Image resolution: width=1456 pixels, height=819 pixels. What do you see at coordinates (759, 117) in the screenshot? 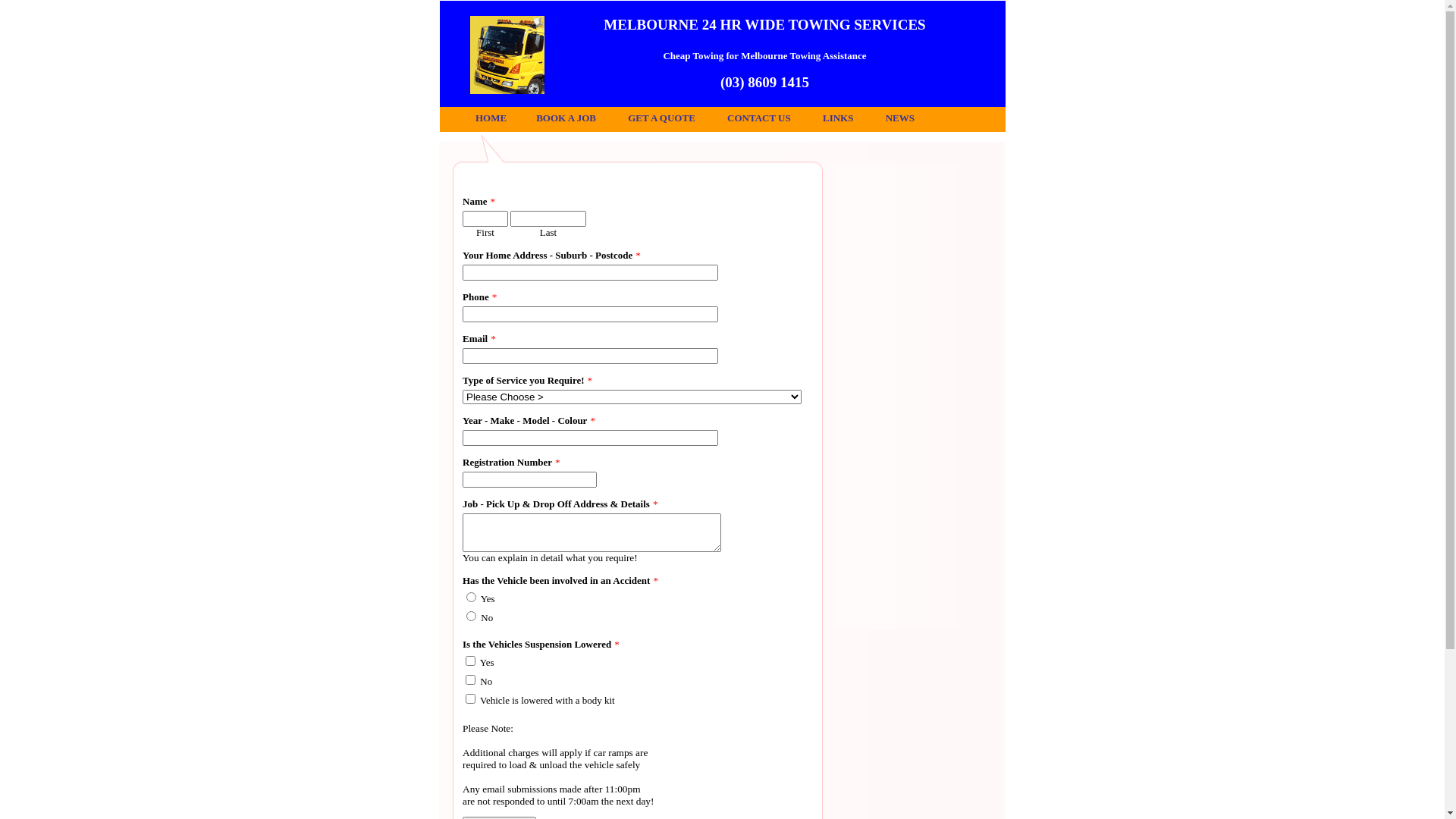
I see `'CONTACT US'` at bounding box center [759, 117].